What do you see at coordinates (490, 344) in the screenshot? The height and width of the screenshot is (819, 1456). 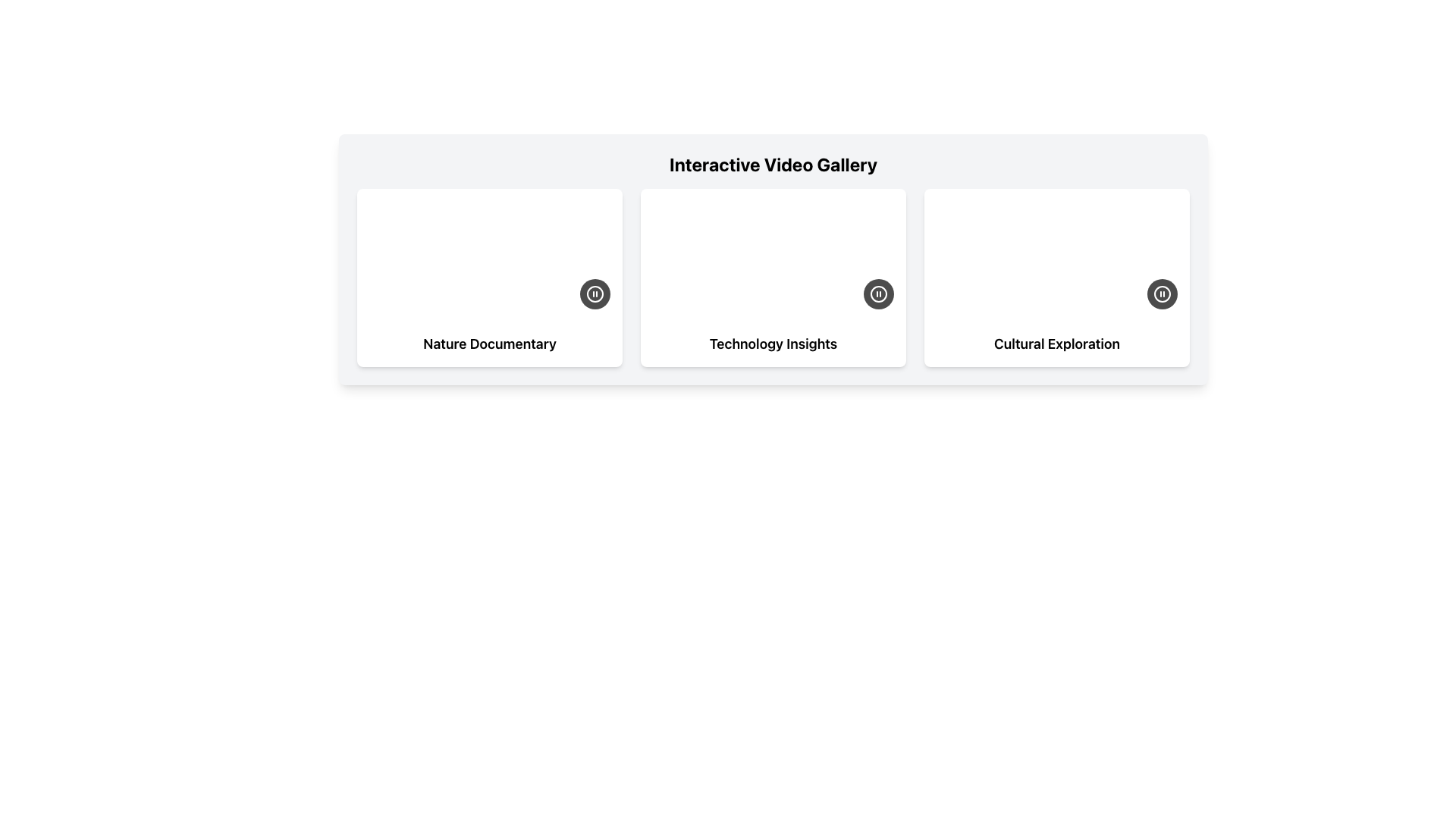 I see `text of the Text Label located in the bottom-center part of the leftmost section under 'Interactive Video Gallery', positioned directly above a circular decorative icon` at bounding box center [490, 344].